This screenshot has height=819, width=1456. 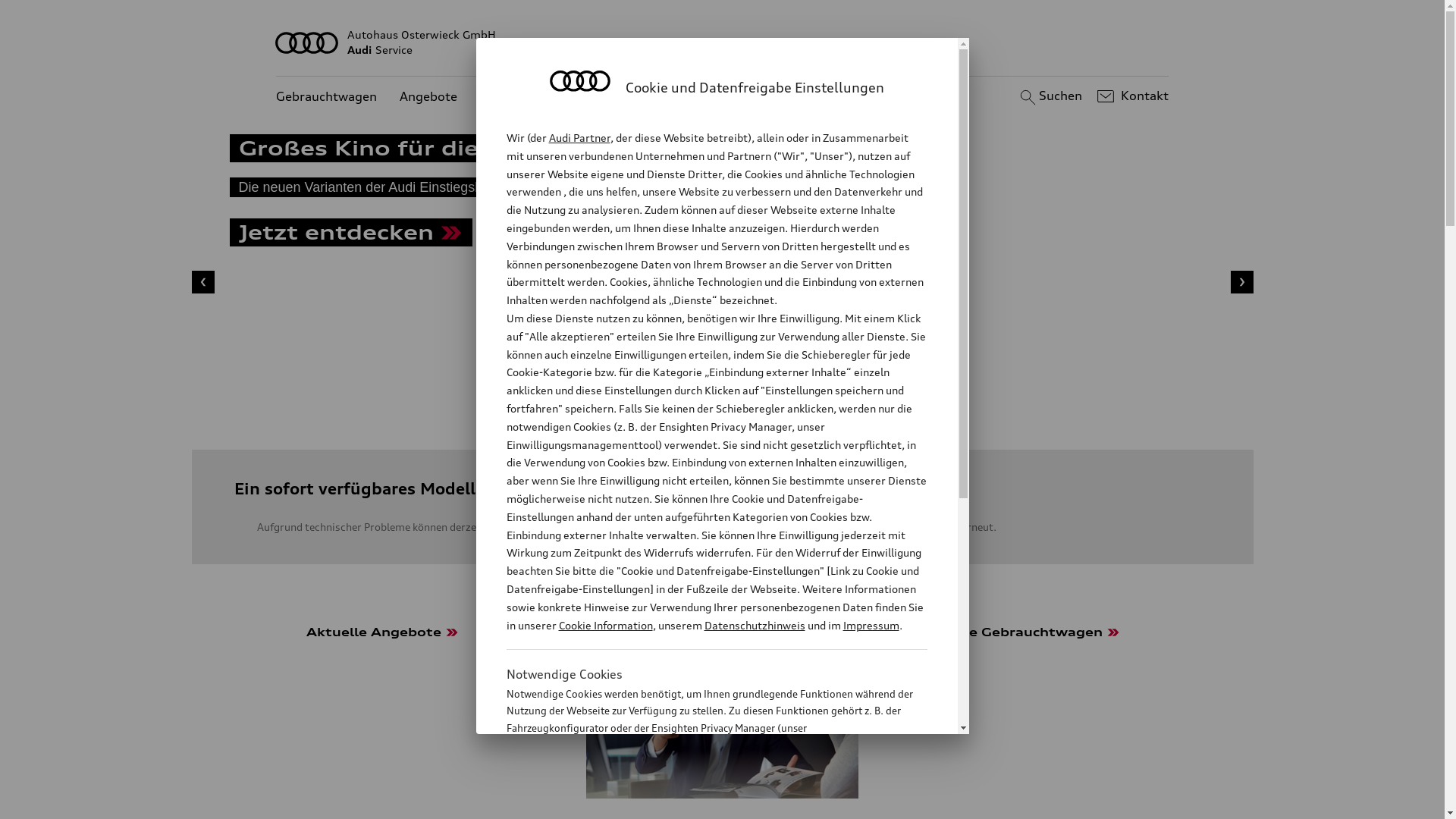 What do you see at coordinates (523, 96) in the screenshot?
I see `'Kundenservice'` at bounding box center [523, 96].